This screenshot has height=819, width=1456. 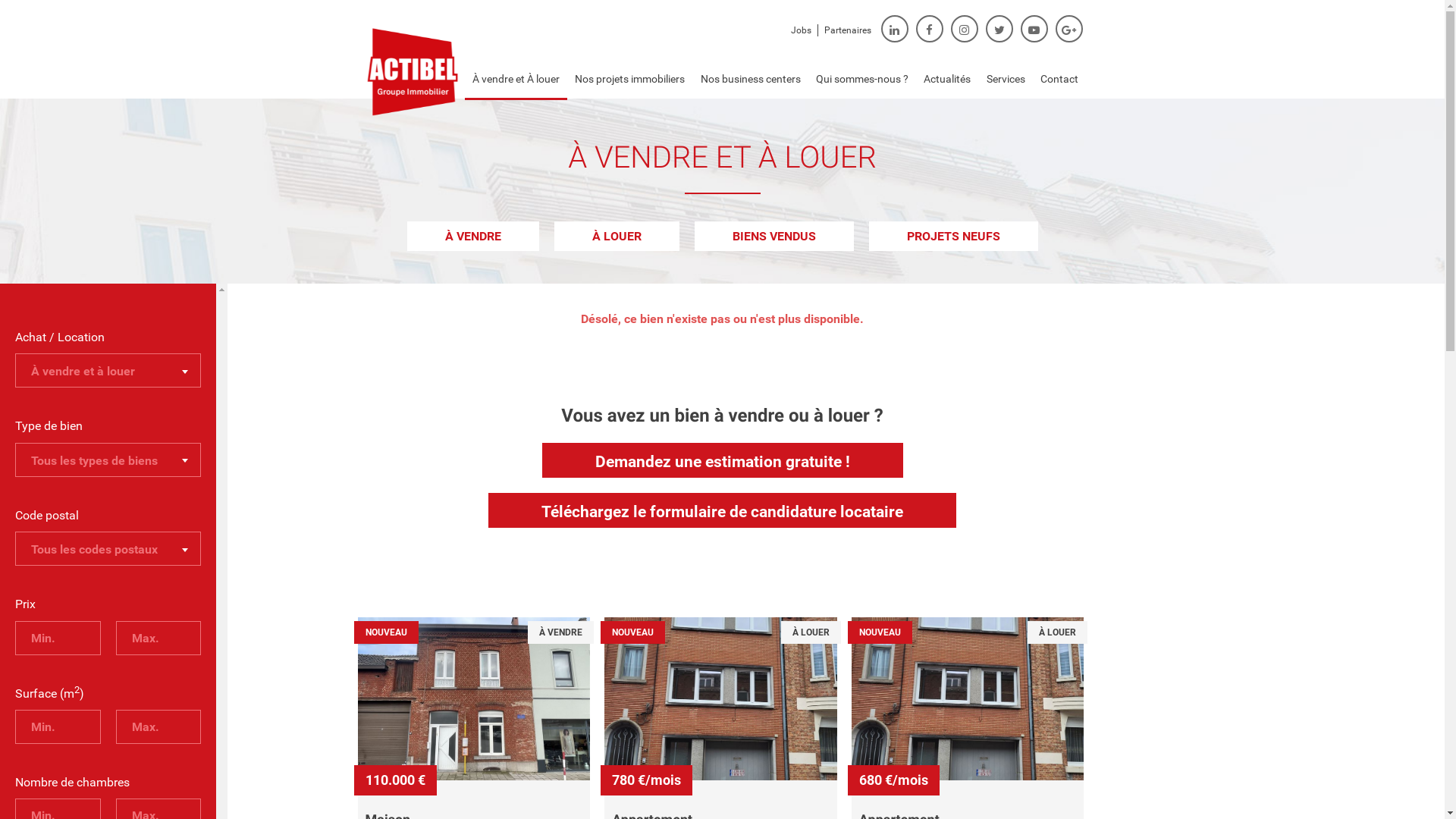 I want to click on 'Twitter', so click(x=999, y=29).